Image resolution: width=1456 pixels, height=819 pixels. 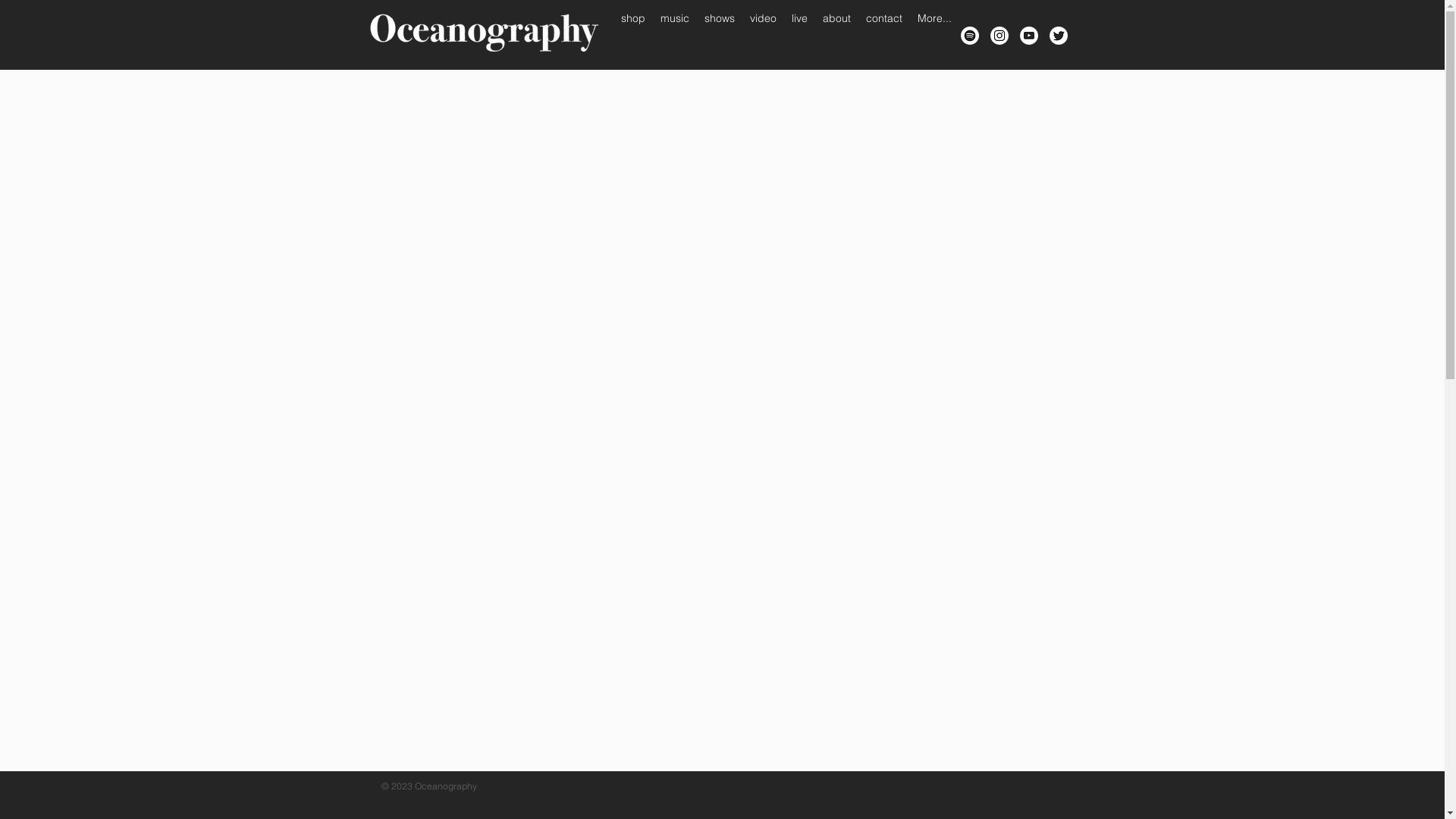 What do you see at coordinates (673, 34) in the screenshot?
I see `'music'` at bounding box center [673, 34].